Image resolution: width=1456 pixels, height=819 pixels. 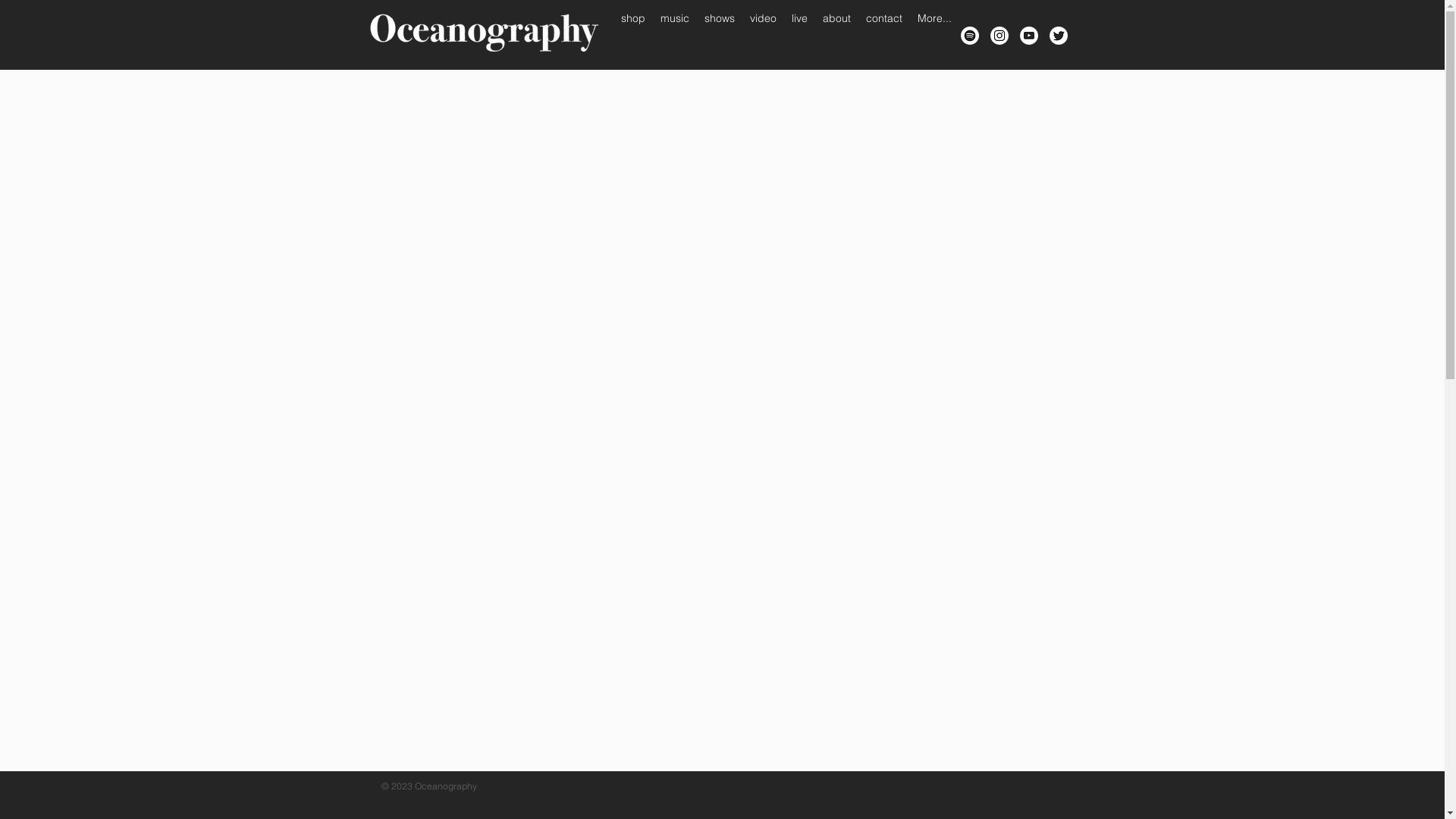 What do you see at coordinates (673, 34) in the screenshot?
I see `'music'` at bounding box center [673, 34].